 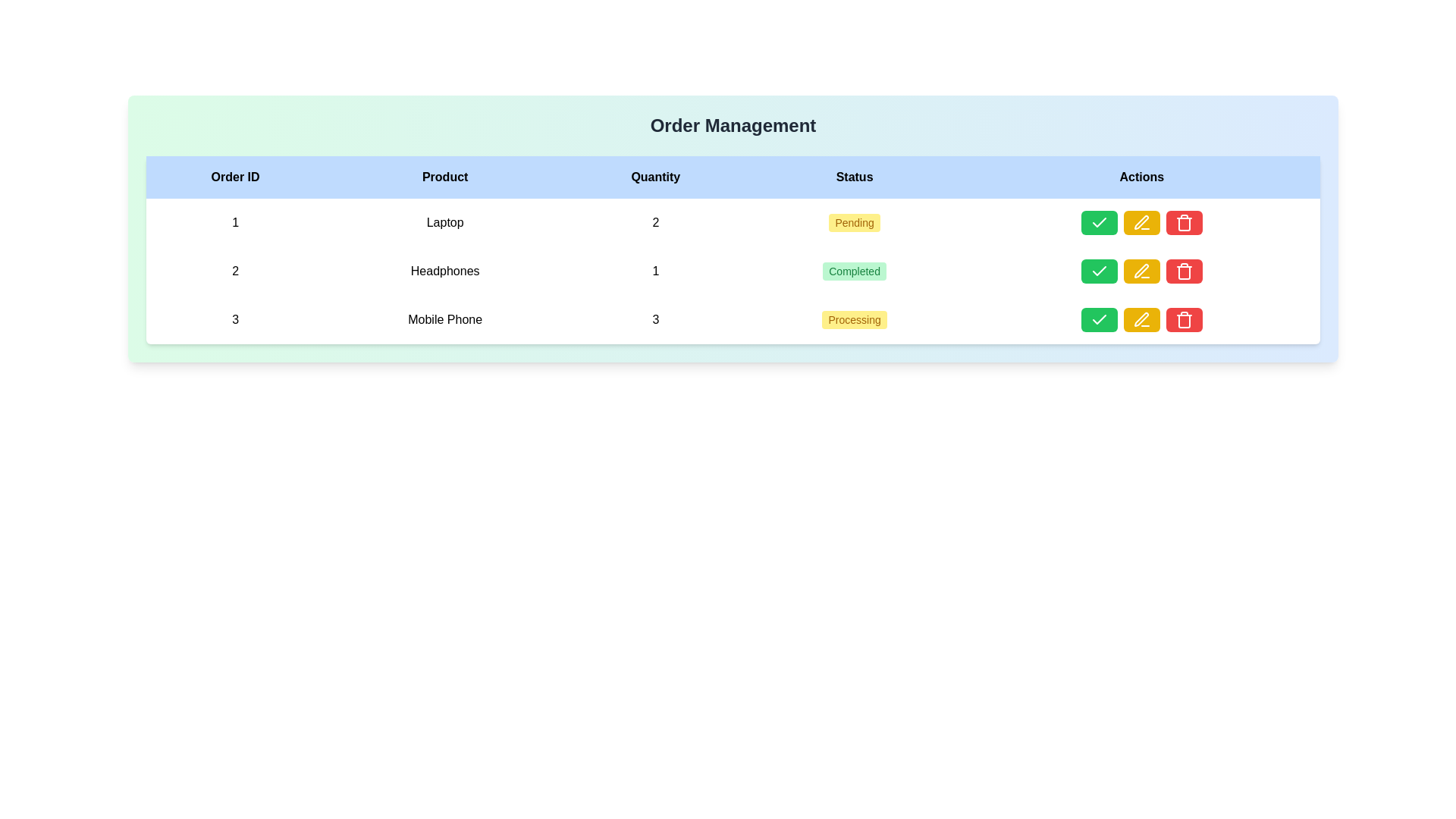 What do you see at coordinates (1141, 318) in the screenshot?
I see `the yellow button with a pencil icon in the center, located as the second button from the left in the 'Actions' column of the third row in the table, to initiate editing` at bounding box center [1141, 318].